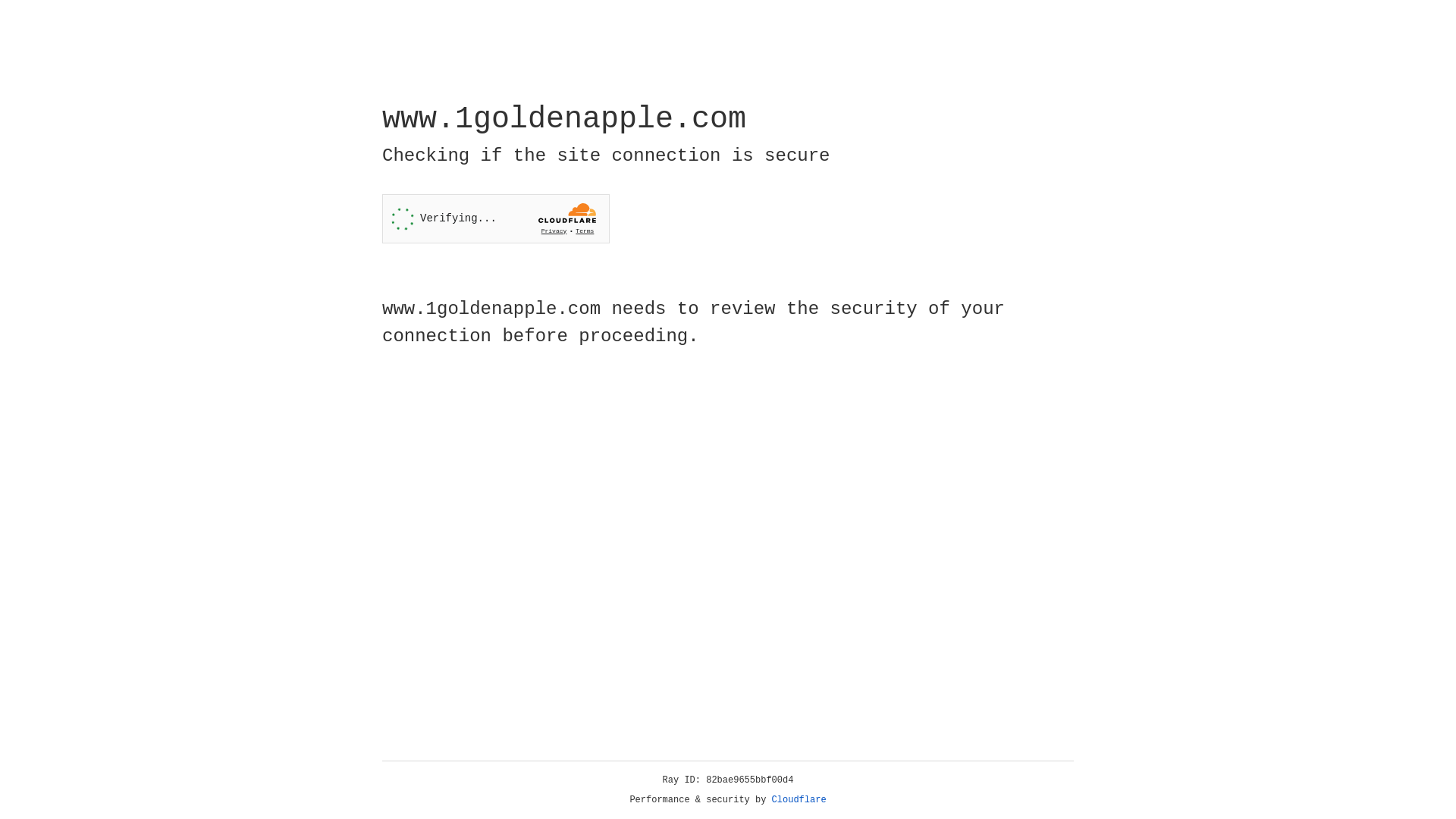 The height and width of the screenshot is (819, 1456). What do you see at coordinates (495, 218) in the screenshot?
I see `'Widget containing a Cloudflare security challenge'` at bounding box center [495, 218].